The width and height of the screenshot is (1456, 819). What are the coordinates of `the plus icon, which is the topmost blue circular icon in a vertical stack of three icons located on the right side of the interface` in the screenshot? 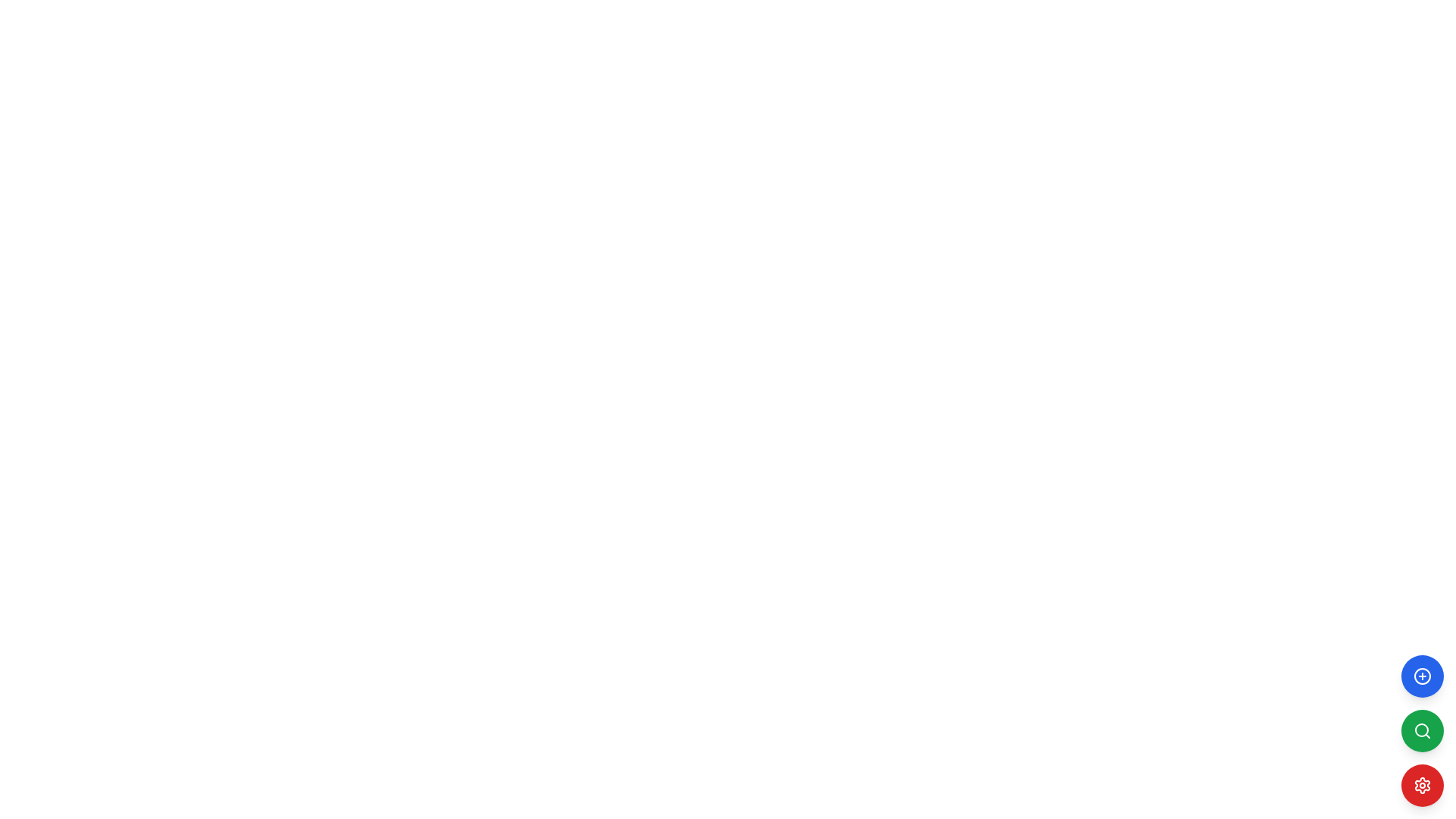 It's located at (1422, 675).